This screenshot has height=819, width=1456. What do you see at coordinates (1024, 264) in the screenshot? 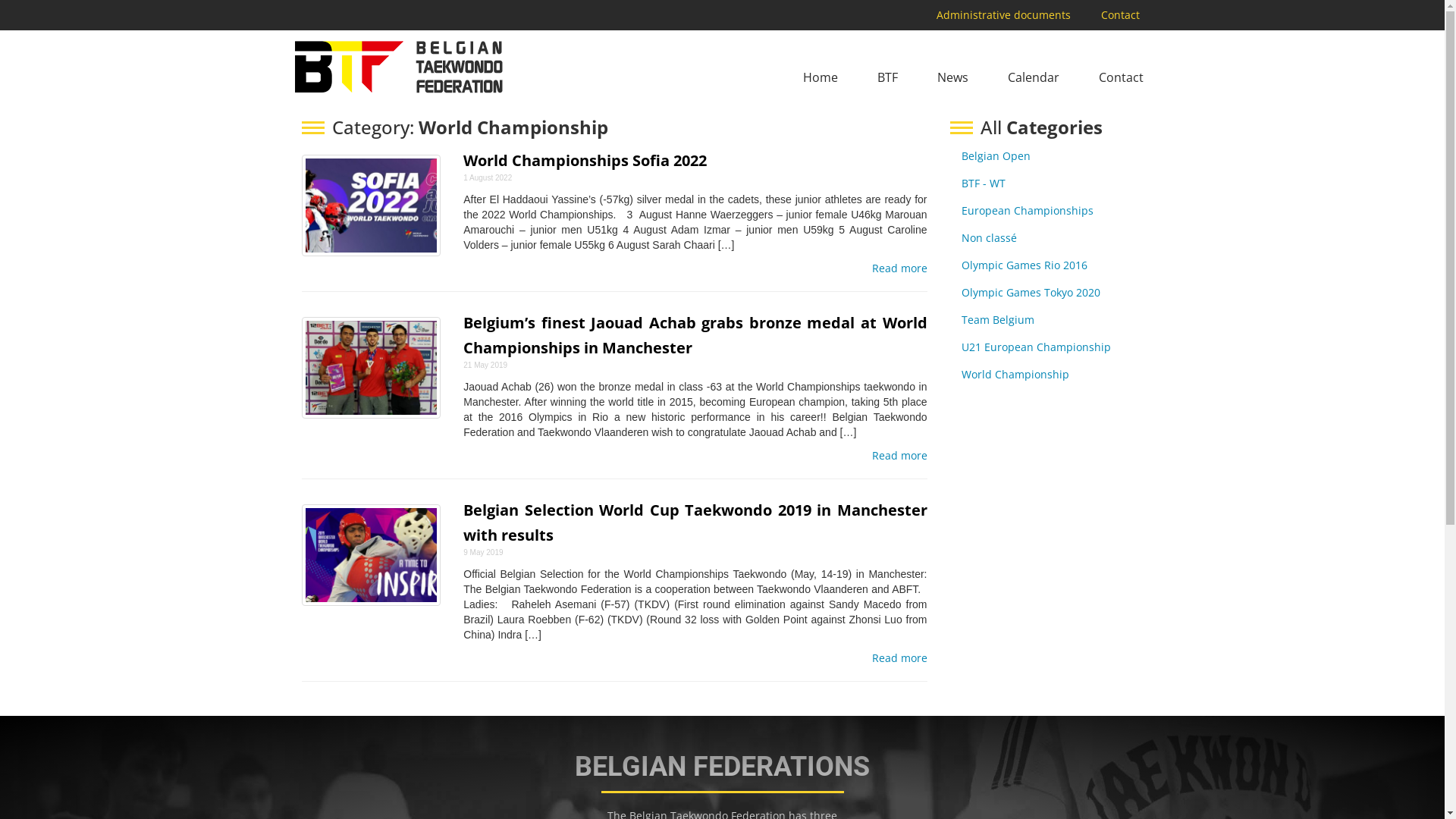
I see `'Olympic Games Rio 2016'` at bounding box center [1024, 264].